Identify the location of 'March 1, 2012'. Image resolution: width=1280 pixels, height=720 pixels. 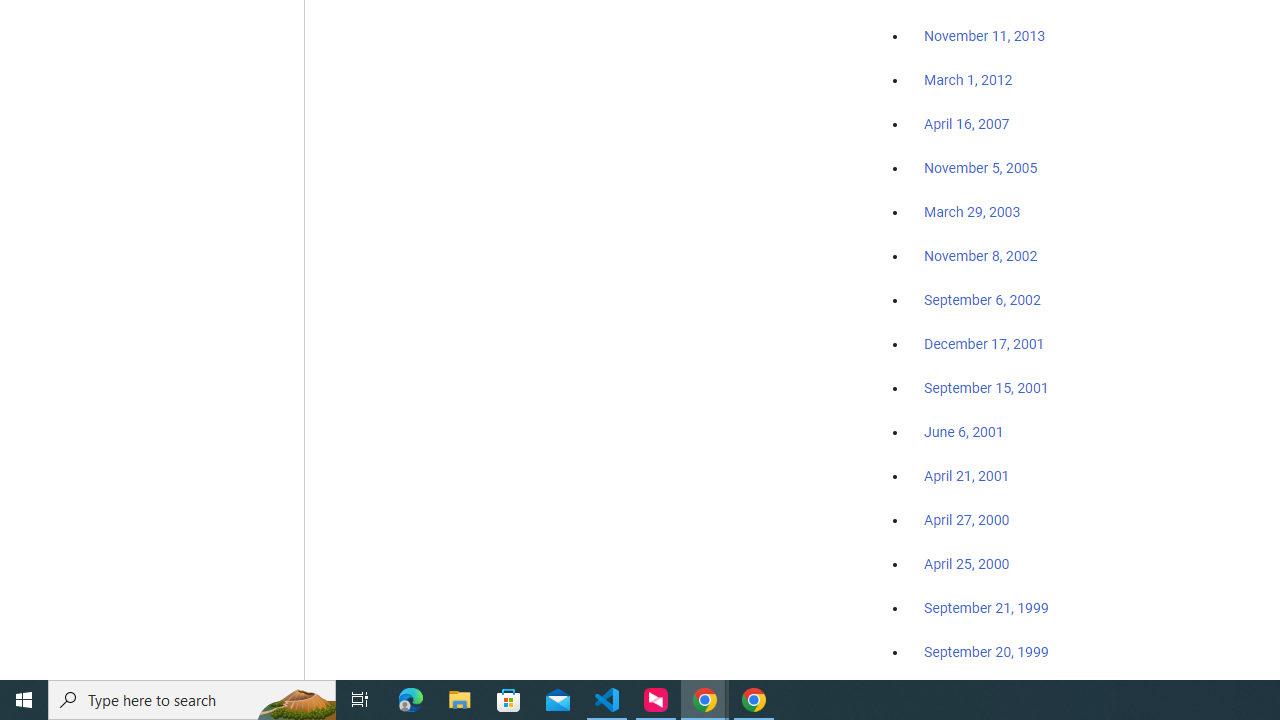
(968, 80).